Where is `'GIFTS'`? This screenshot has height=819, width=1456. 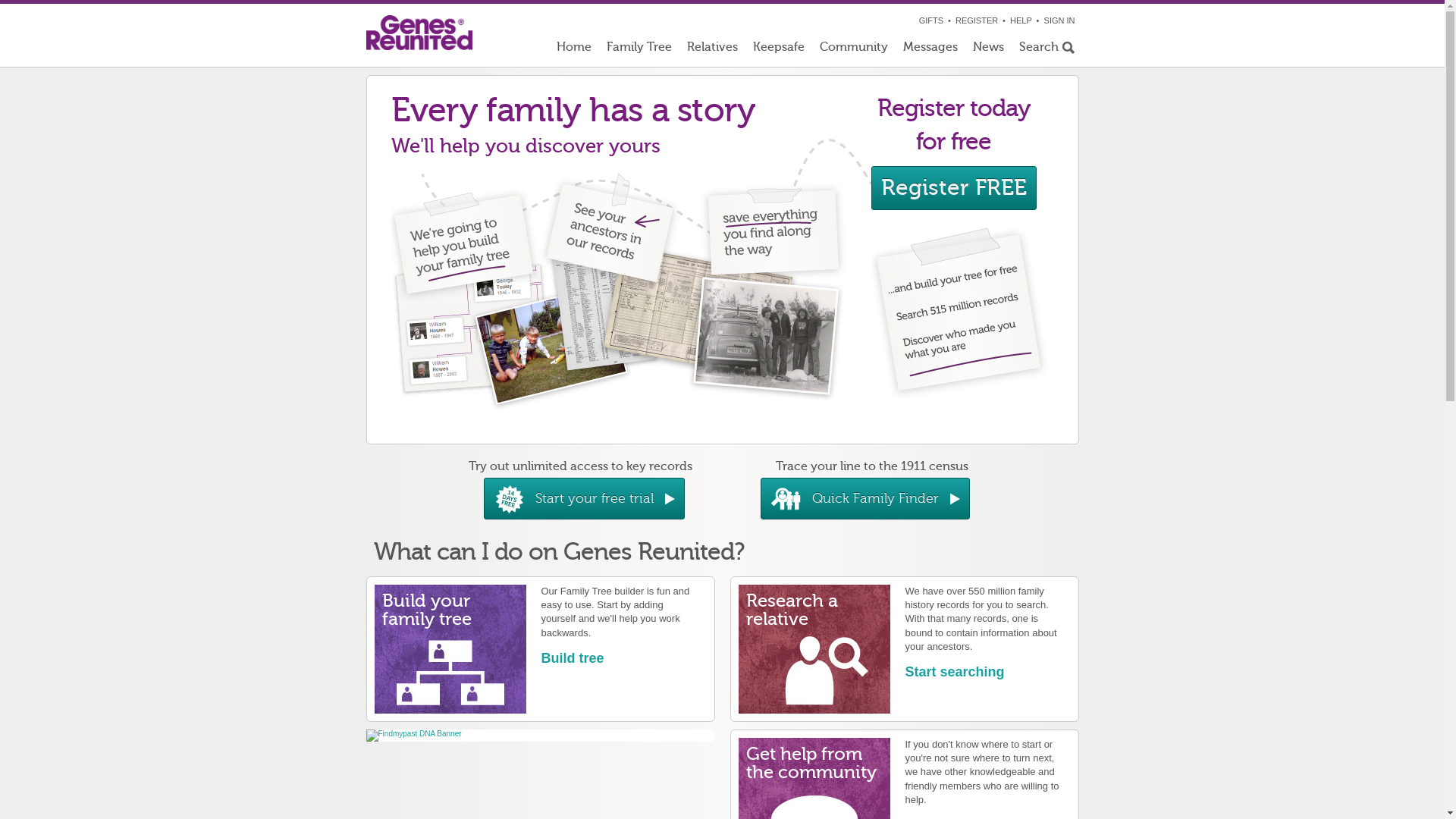
'GIFTS' is located at coordinates (930, 20).